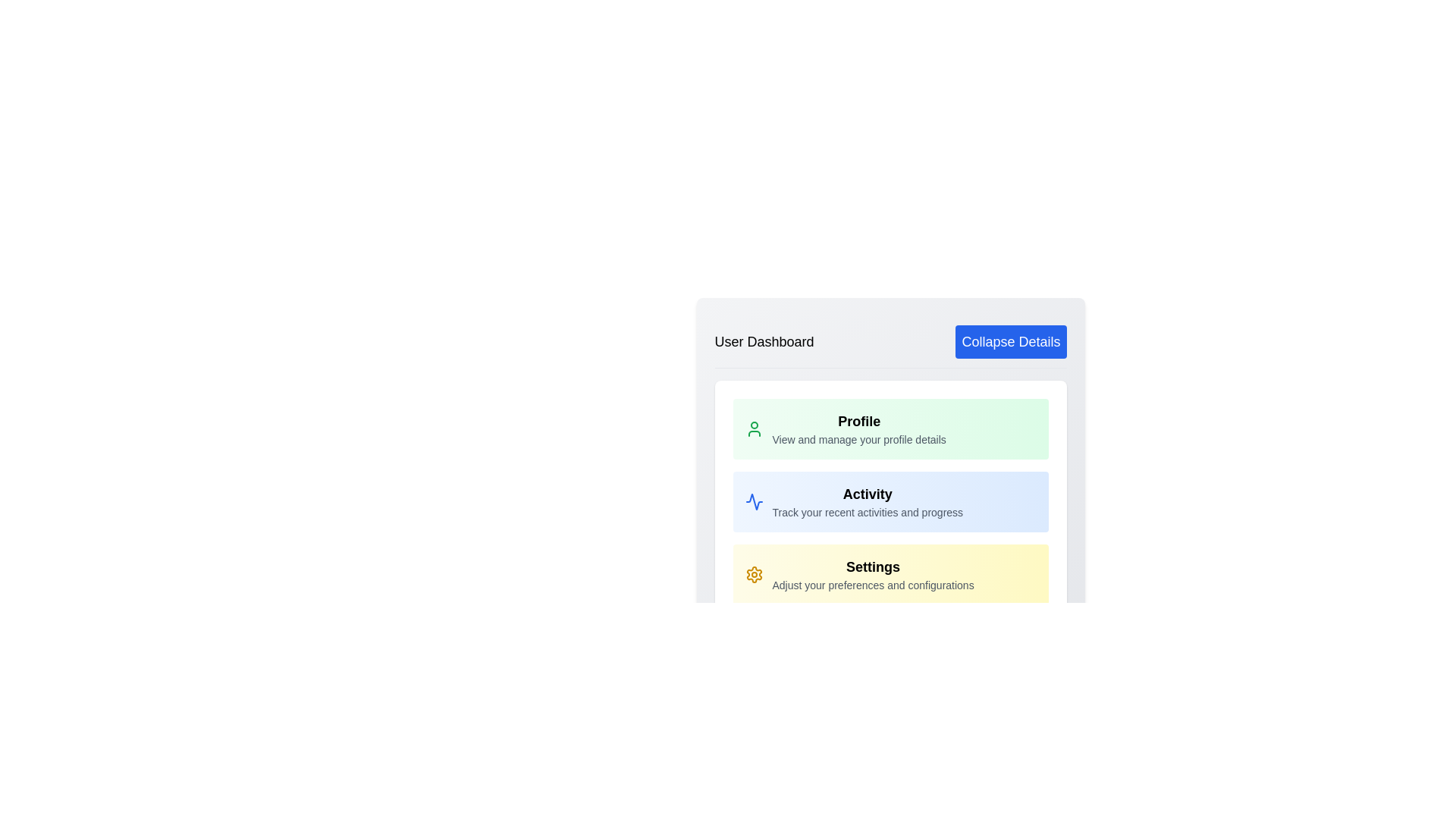 Image resolution: width=1456 pixels, height=819 pixels. What do you see at coordinates (764, 342) in the screenshot?
I see `the 'User Dashboard' text label, which is bold and aligned to the left at the top of the section, positioned to the left of the 'Collapse Details' button` at bounding box center [764, 342].